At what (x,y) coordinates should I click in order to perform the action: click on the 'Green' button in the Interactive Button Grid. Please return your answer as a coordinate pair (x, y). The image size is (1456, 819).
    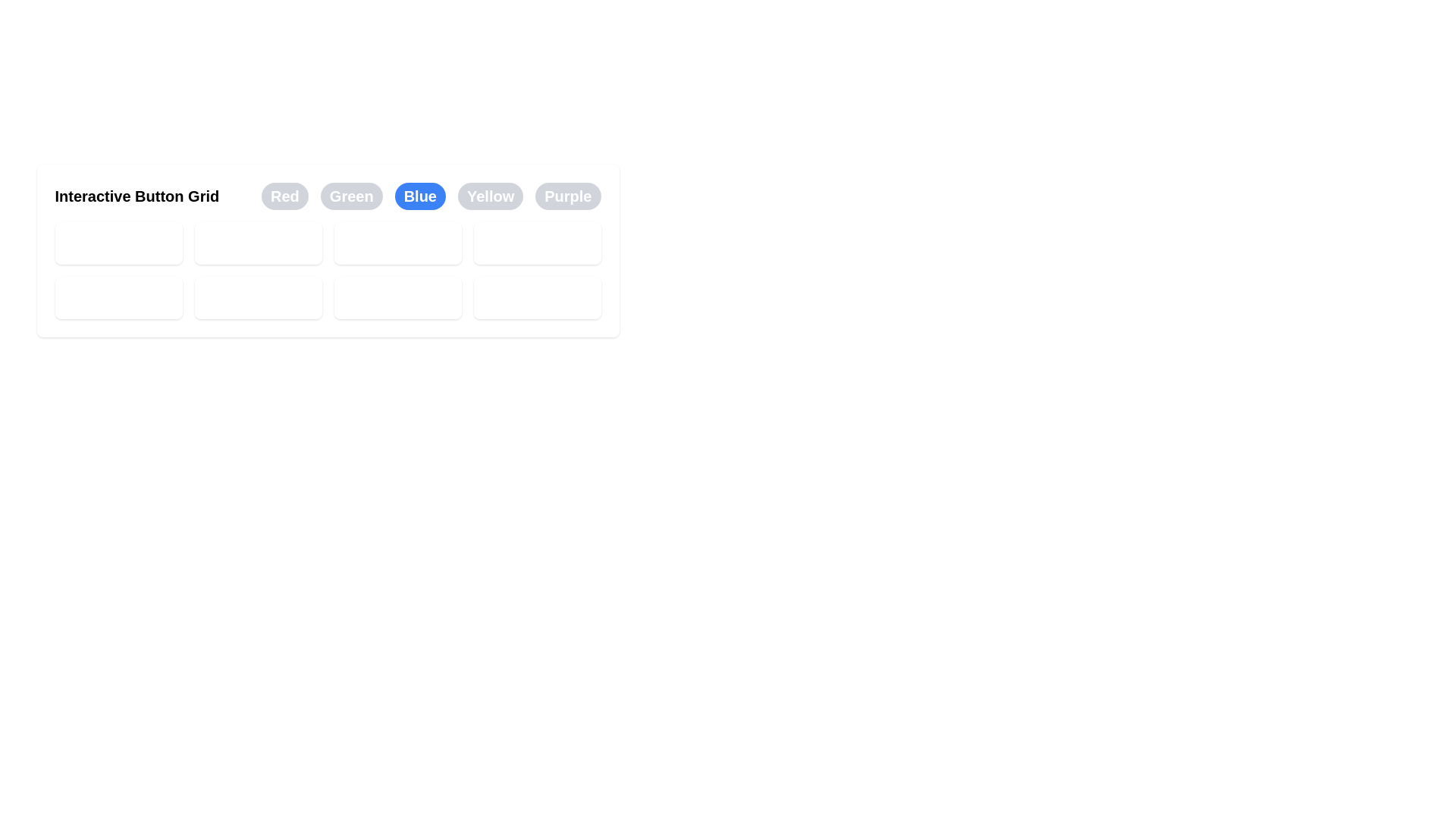
    Looking at the image, I should click on (350, 195).